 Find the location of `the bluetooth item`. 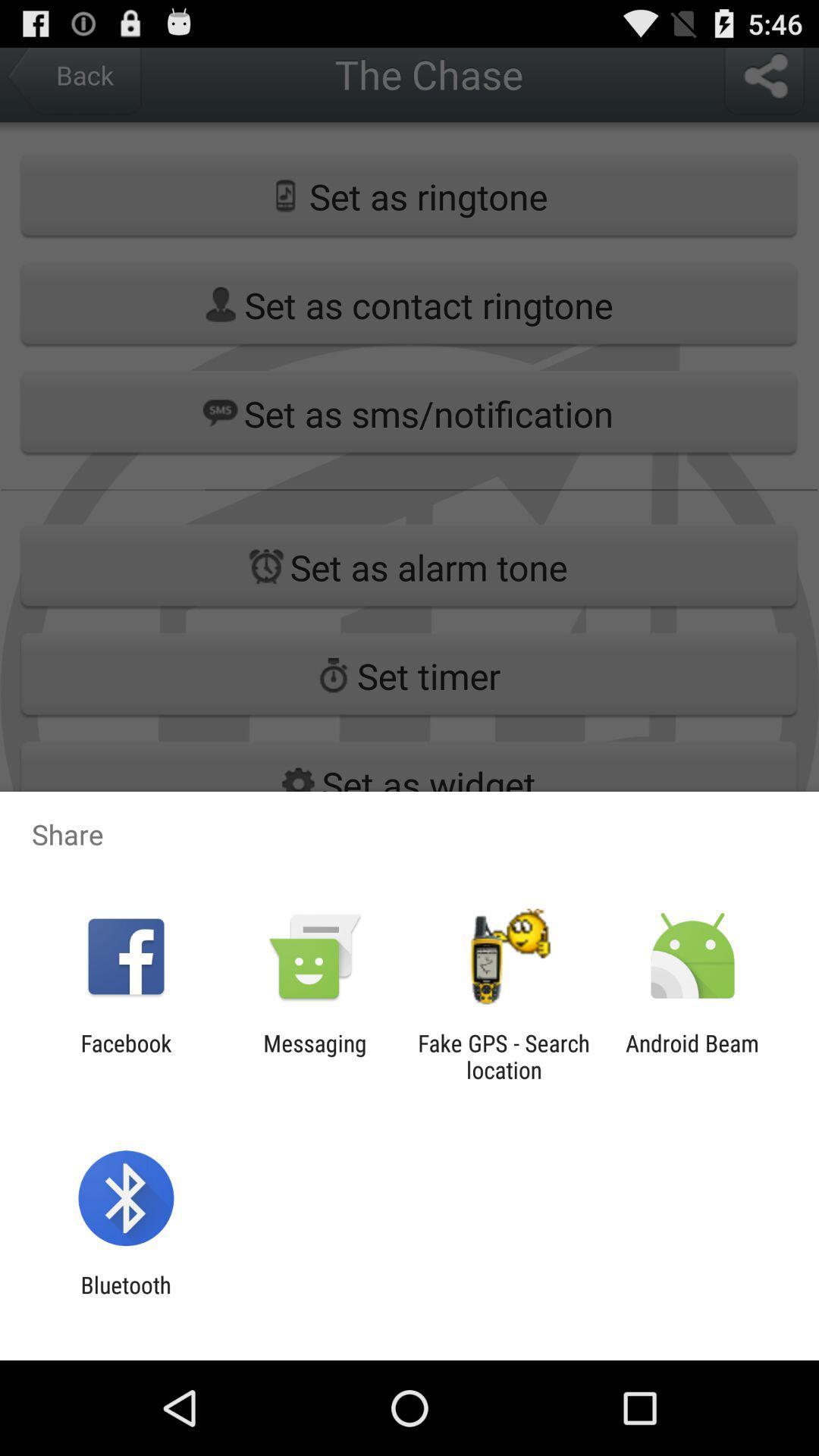

the bluetooth item is located at coordinates (125, 1298).